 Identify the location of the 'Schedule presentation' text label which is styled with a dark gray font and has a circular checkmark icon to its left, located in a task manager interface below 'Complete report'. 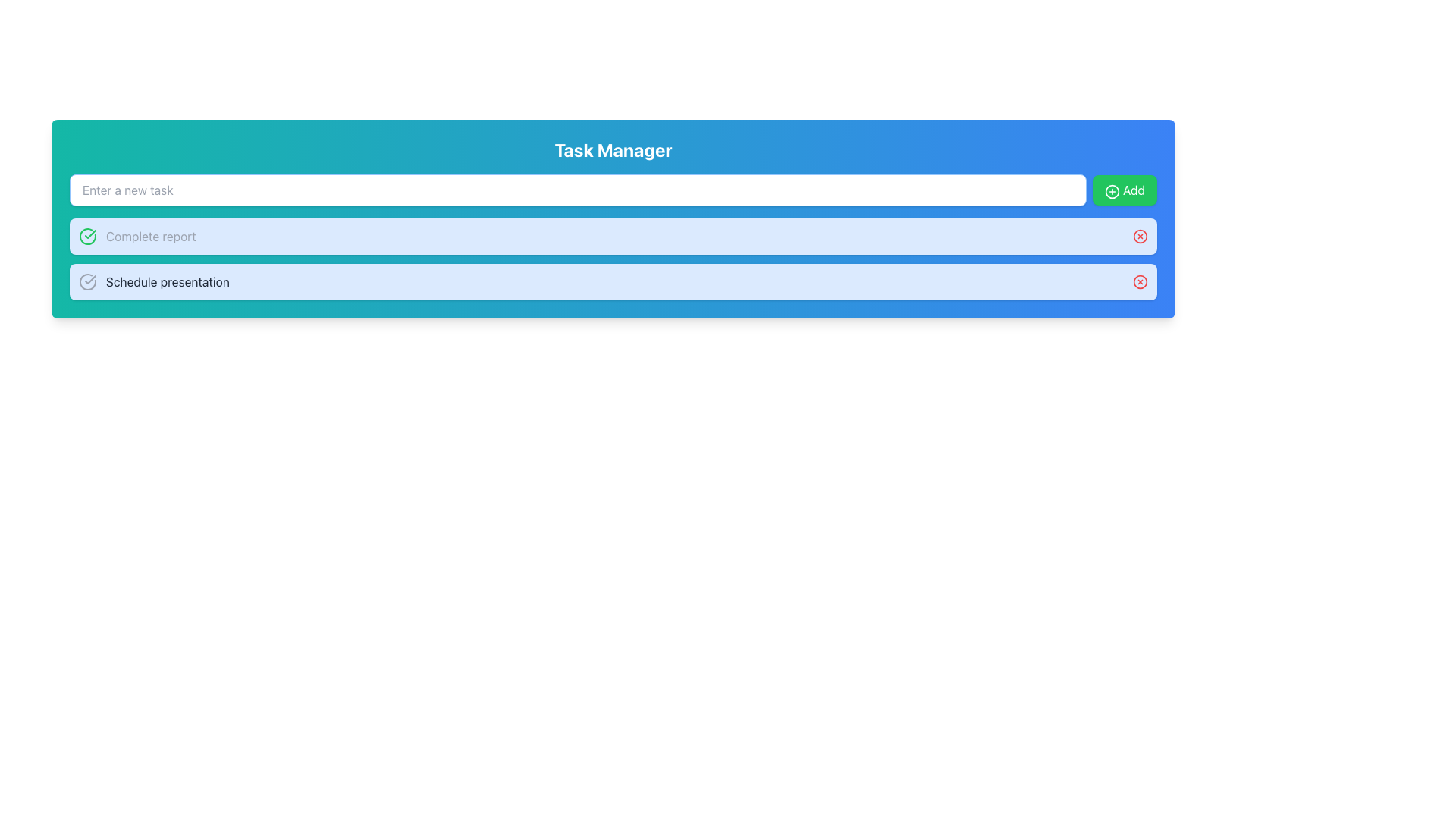
(154, 281).